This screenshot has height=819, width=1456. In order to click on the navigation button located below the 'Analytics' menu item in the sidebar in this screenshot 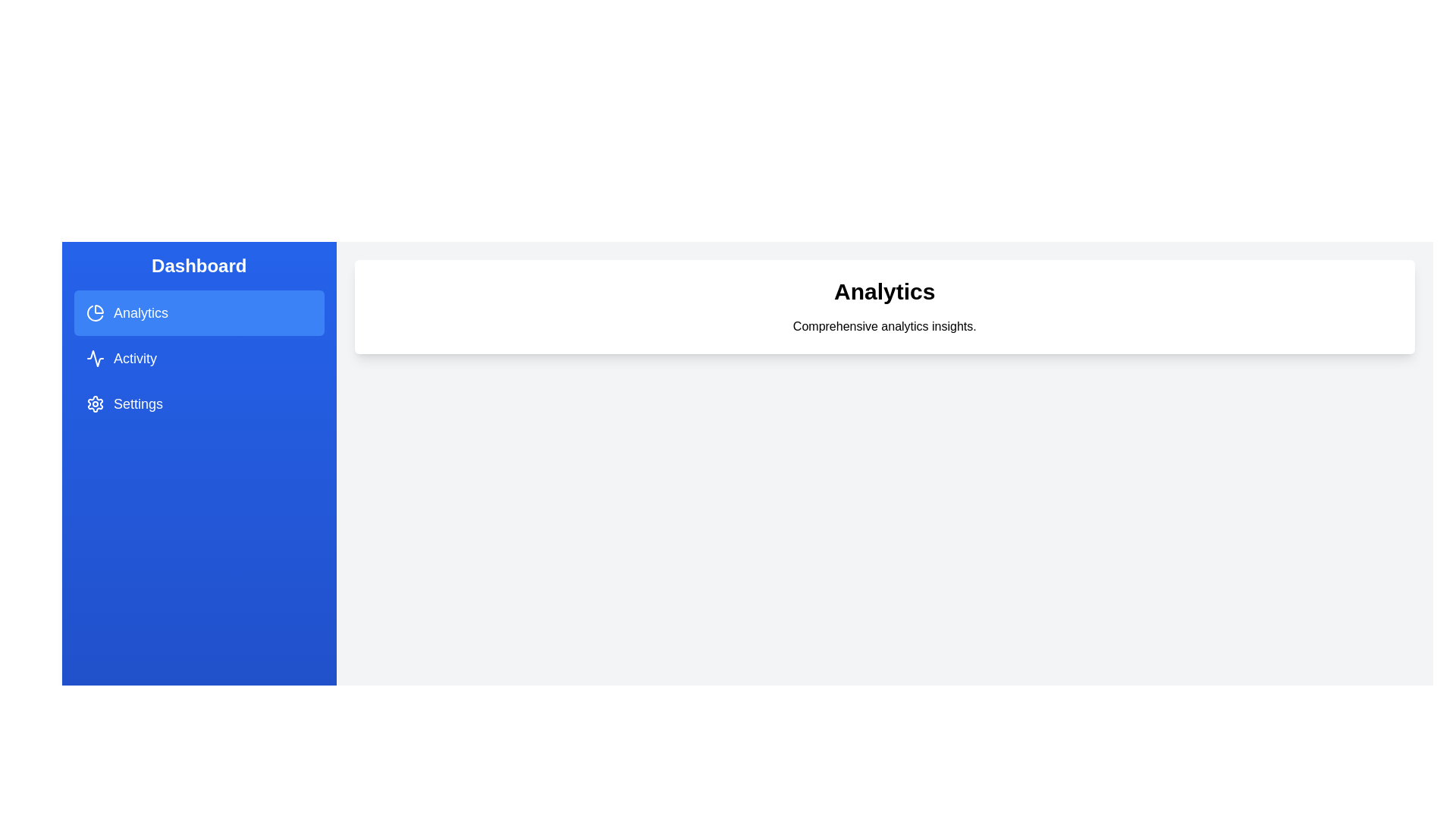, I will do `click(198, 359)`.